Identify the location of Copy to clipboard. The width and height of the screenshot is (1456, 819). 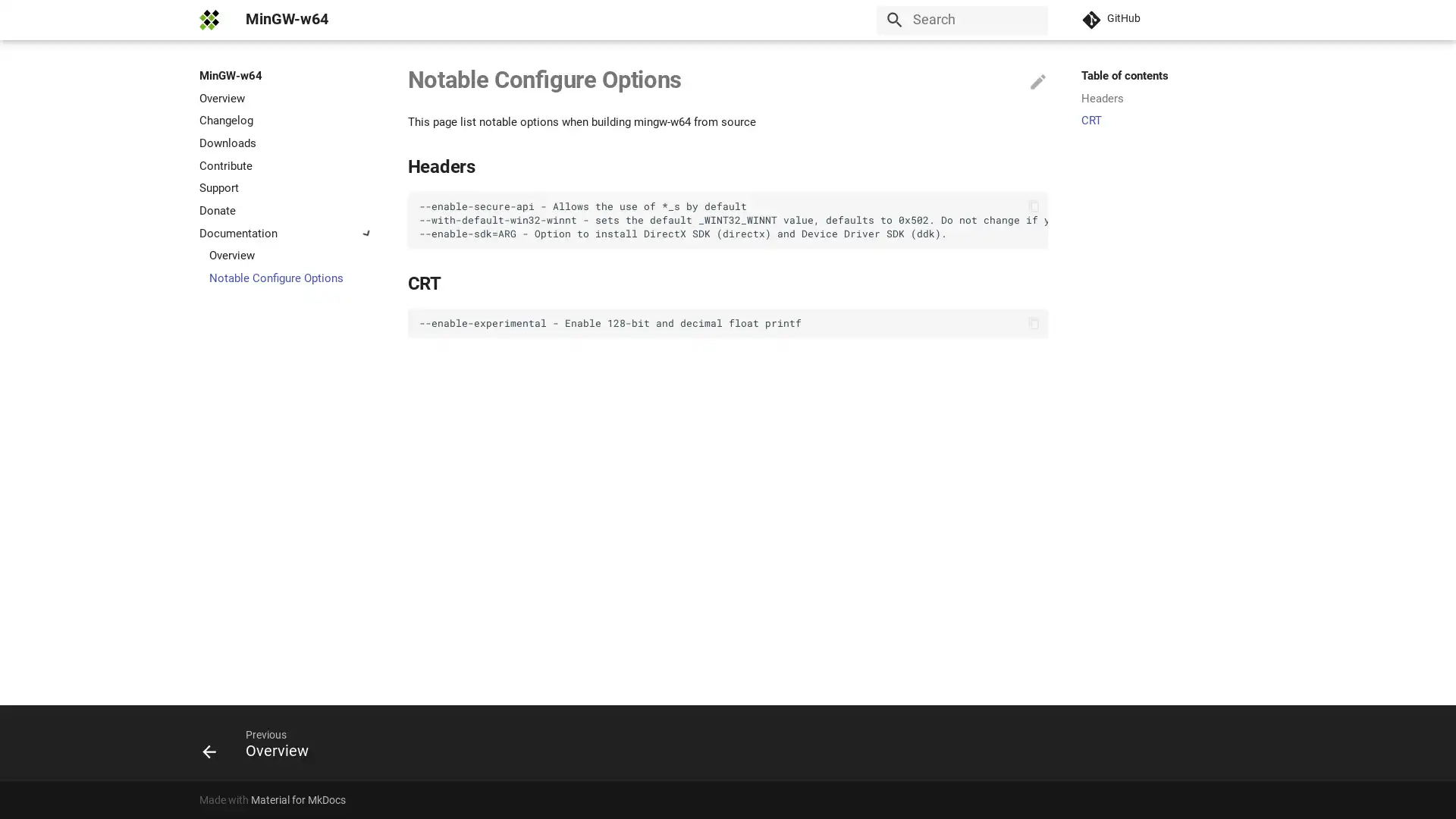
(1032, 206).